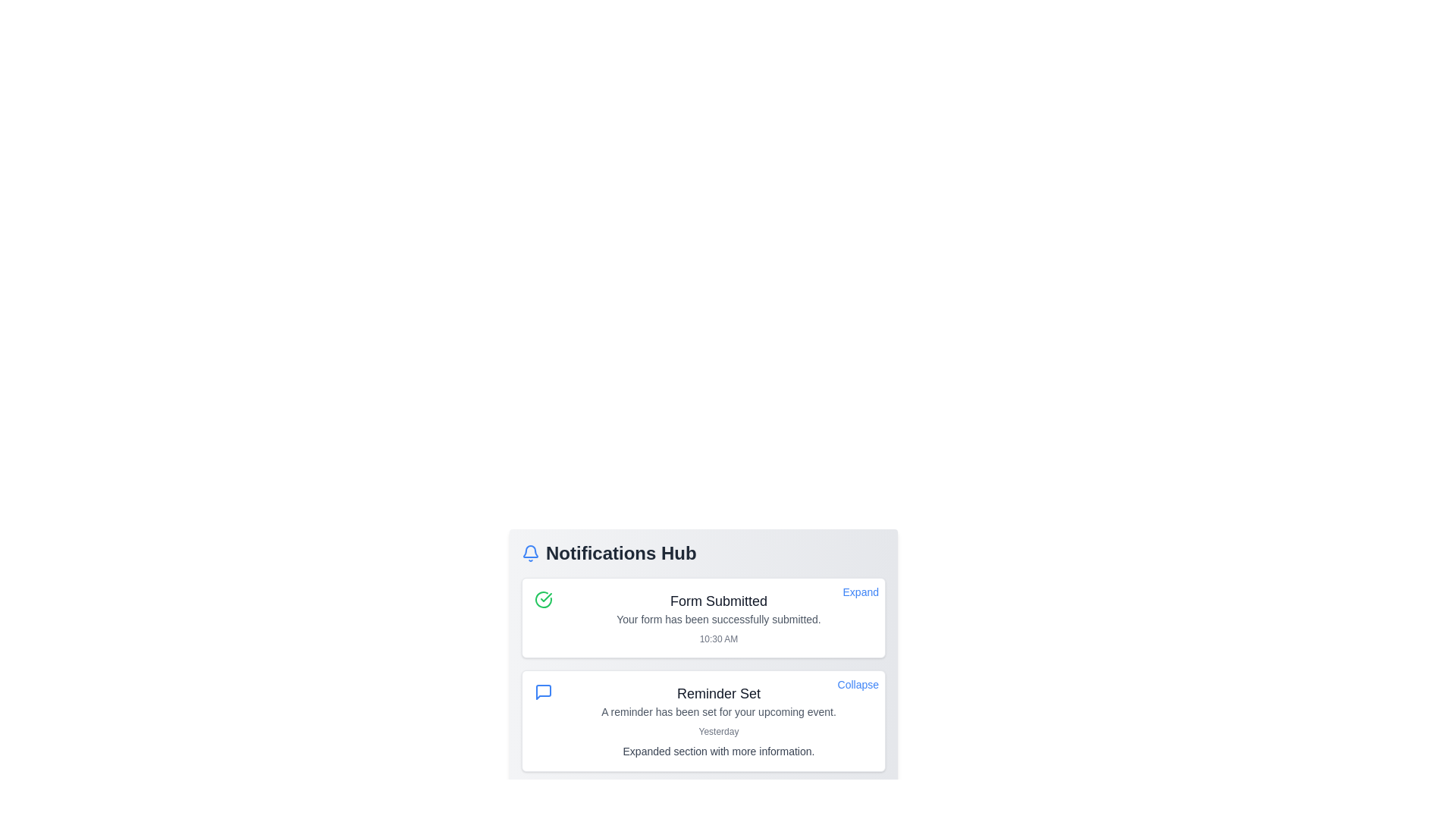 Image resolution: width=1456 pixels, height=819 pixels. I want to click on the 'Collapse' text link in the top-right corner of the 'Reminder Set' notification card, which is styled in blue with an underline effect on hover, so click(858, 684).